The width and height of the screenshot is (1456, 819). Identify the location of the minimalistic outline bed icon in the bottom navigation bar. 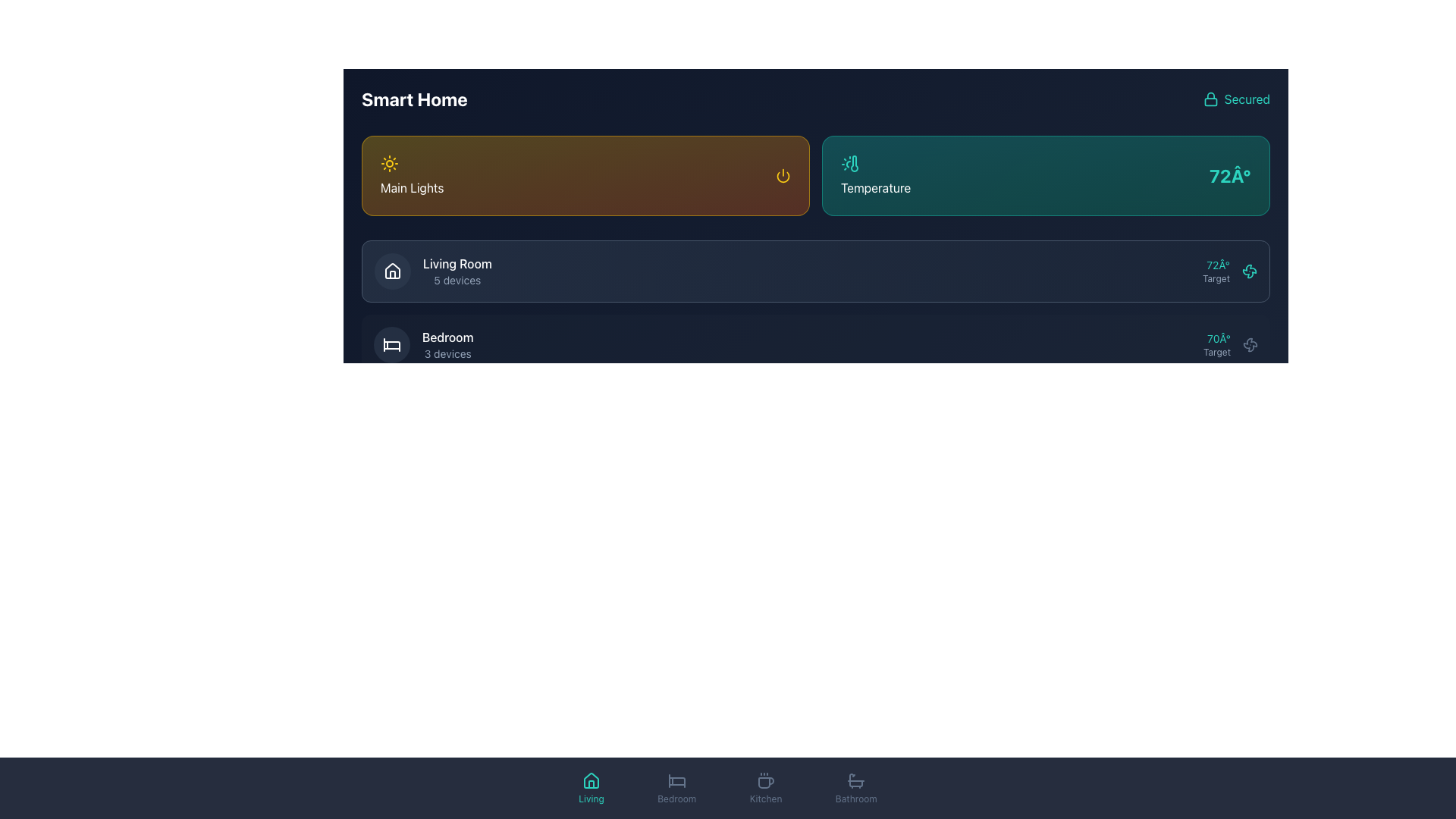
(676, 780).